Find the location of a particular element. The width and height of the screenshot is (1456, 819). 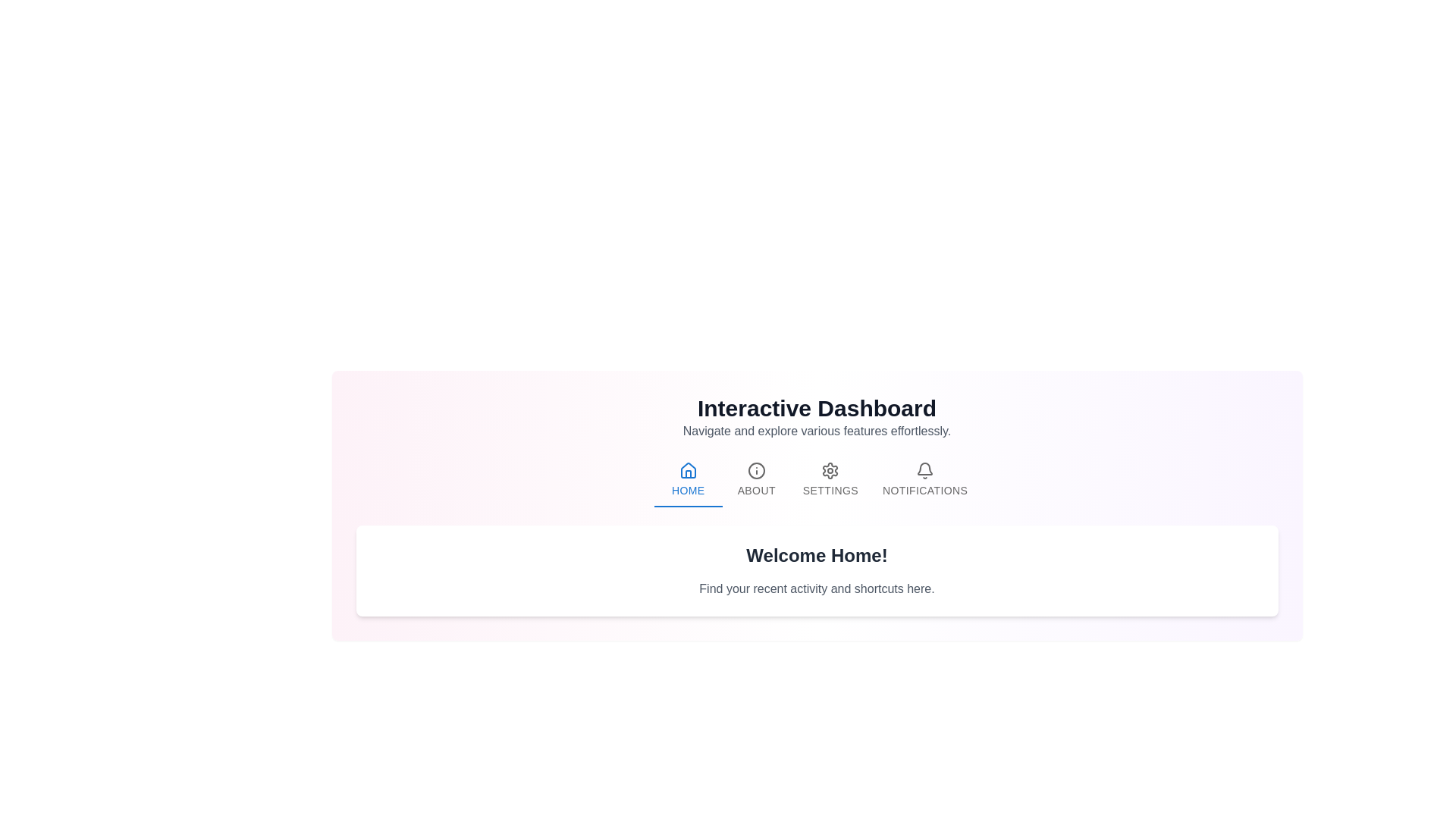

the Notifications icon in the navigation bar is located at coordinates (924, 470).